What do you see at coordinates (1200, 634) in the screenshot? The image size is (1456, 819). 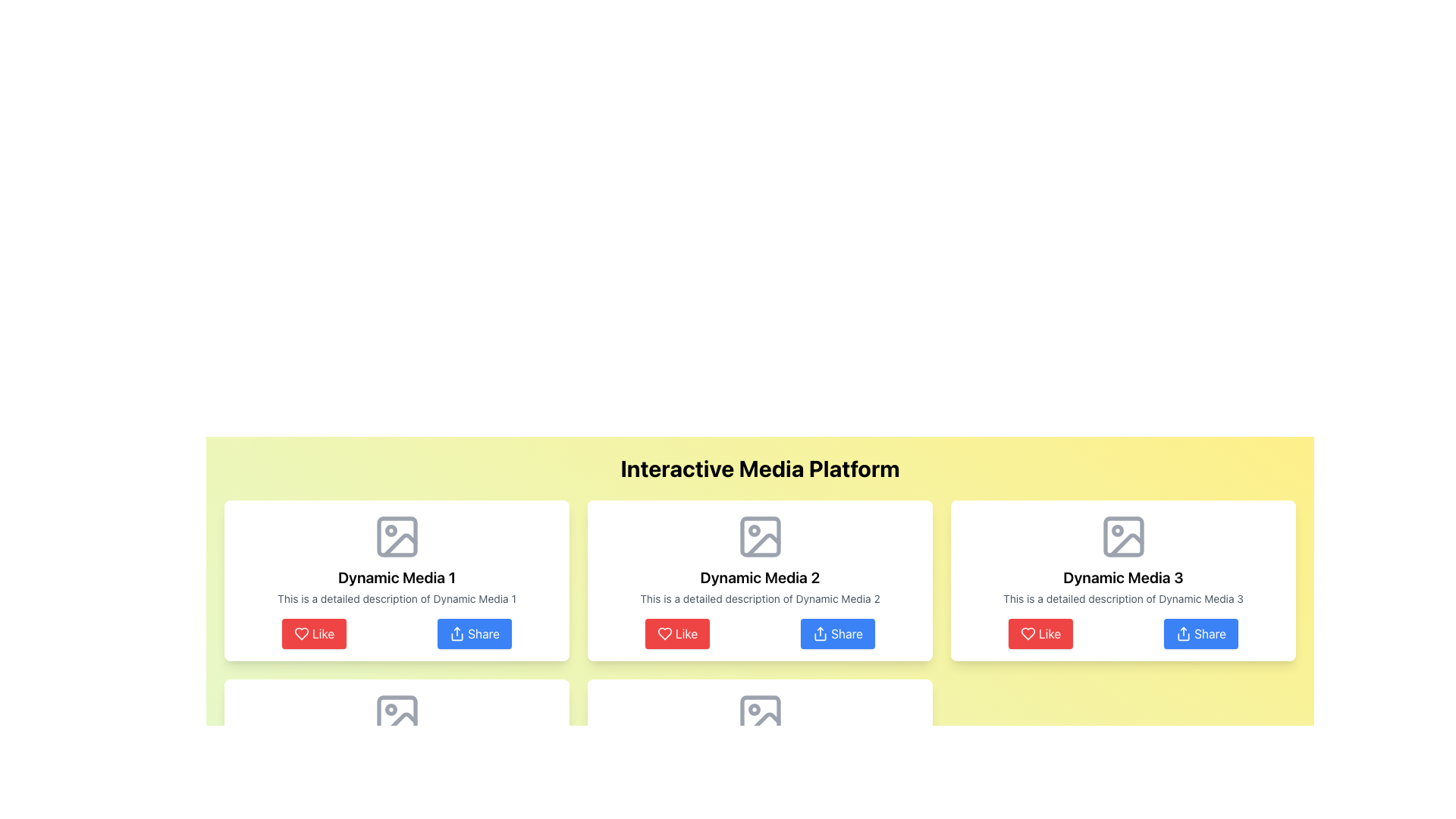 I see `the blue 'Share' button with rounded corners and an arrow icon, located in the bottom-right corner of the 'Dynamic Media 3' card` at bounding box center [1200, 634].